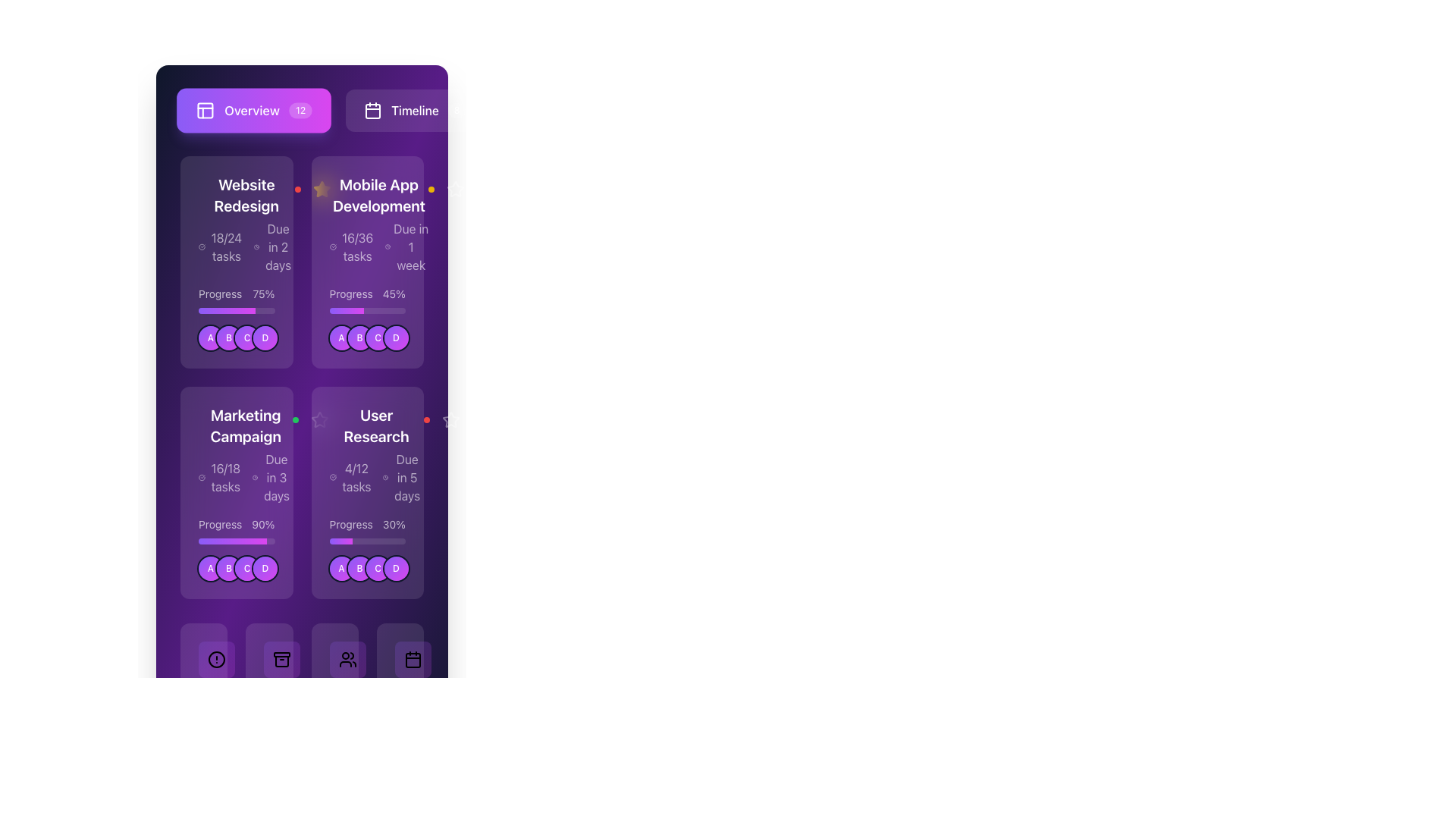 The width and height of the screenshot is (1456, 819). What do you see at coordinates (225, 246) in the screenshot?
I see `the text label displaying '18/24 tasks' located in the top-left section of the 'Website Redesign' card, which is visually associated with a circular icon to the left` at bounding box center [225, 246].